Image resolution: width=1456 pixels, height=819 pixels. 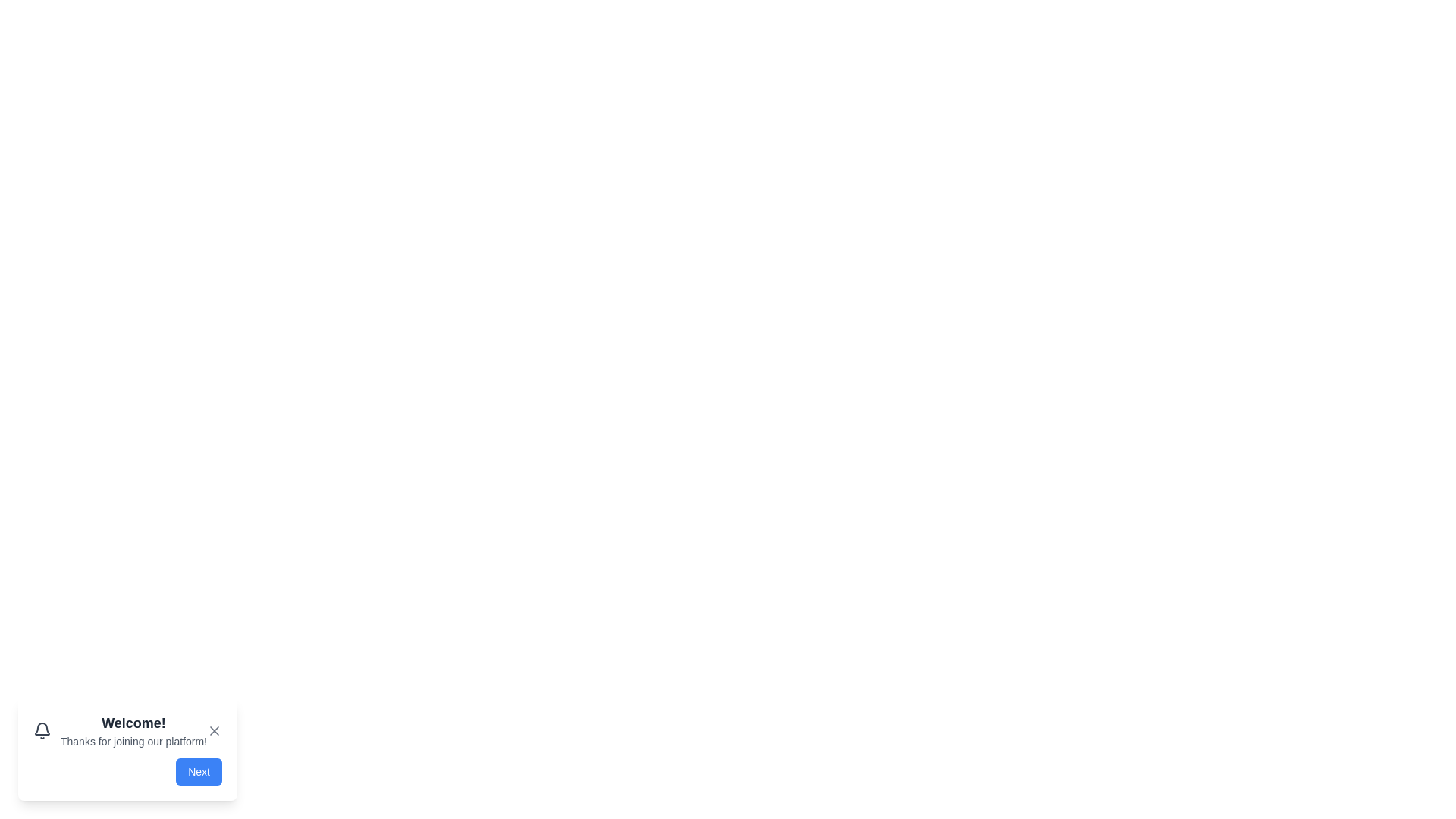 What do you see at coordinates (214, 730) in the screenshot?
I see `the close button to close the notification` at bounding box center [214, 730].